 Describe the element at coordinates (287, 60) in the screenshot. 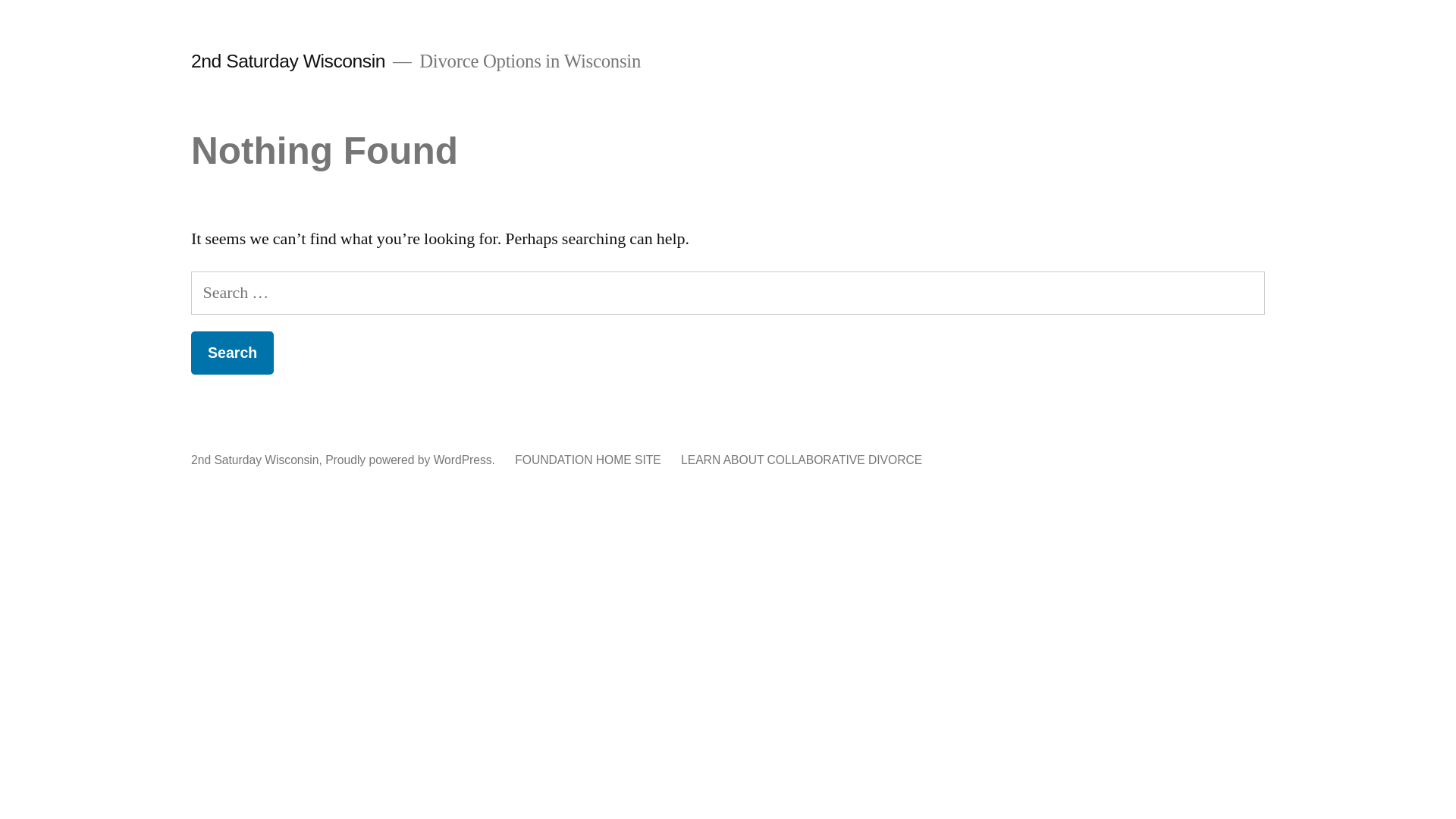

I see `'2nd Saturday Wisconsin'` at that location.